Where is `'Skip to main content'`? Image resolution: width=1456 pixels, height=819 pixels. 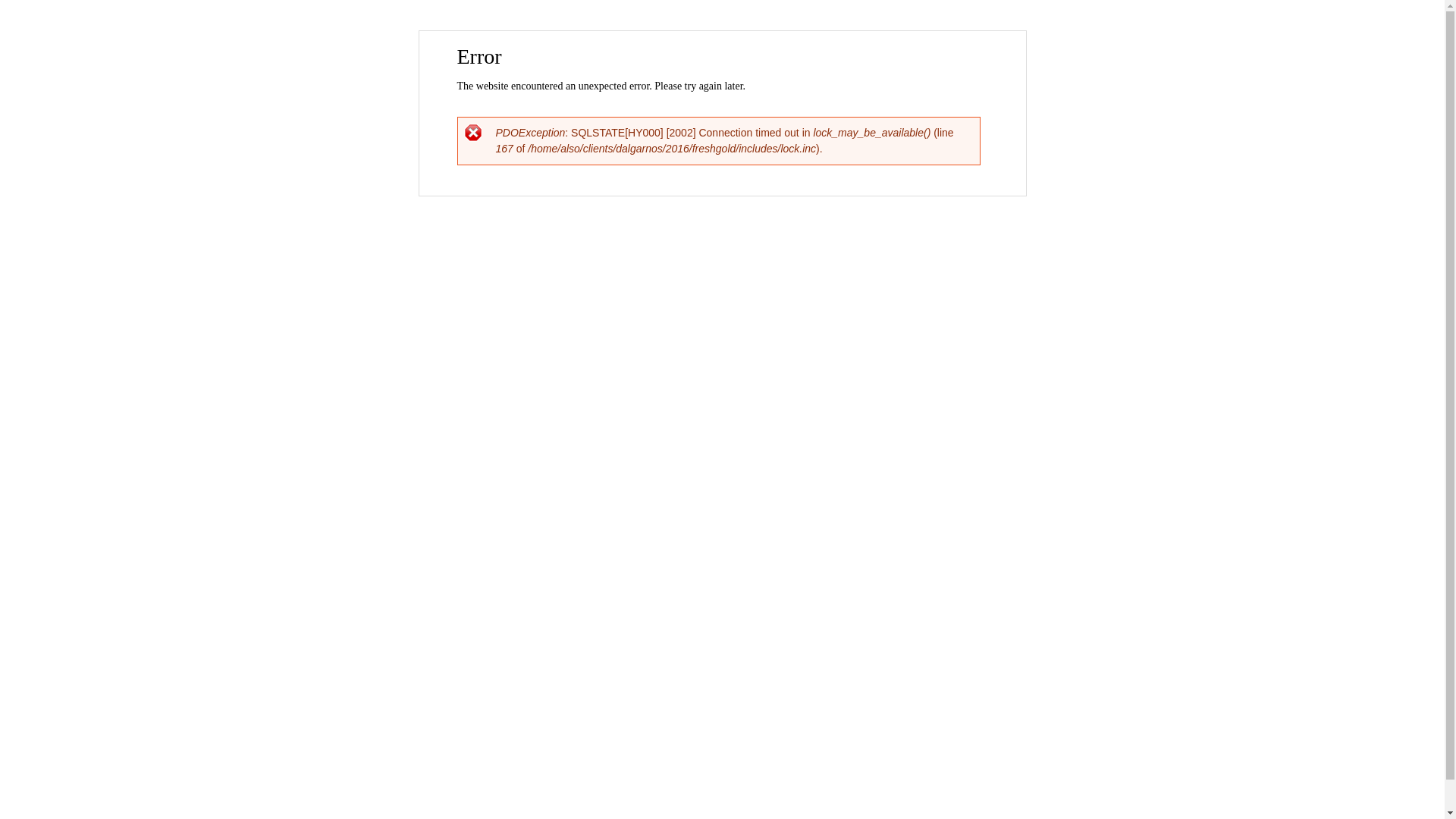 'Skip to main content' is located at coordinates (689, 32).